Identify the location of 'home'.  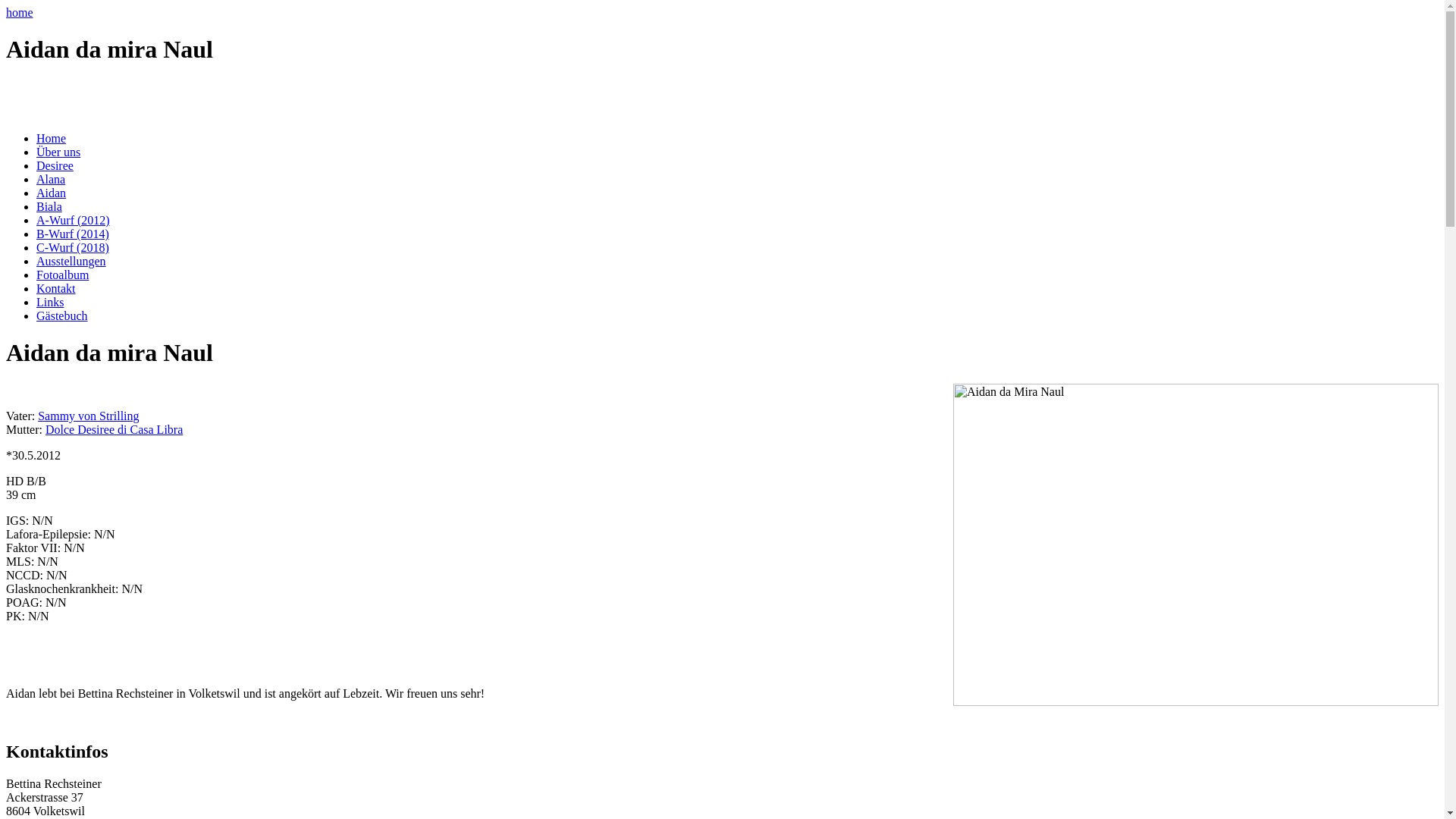
(19, 12).